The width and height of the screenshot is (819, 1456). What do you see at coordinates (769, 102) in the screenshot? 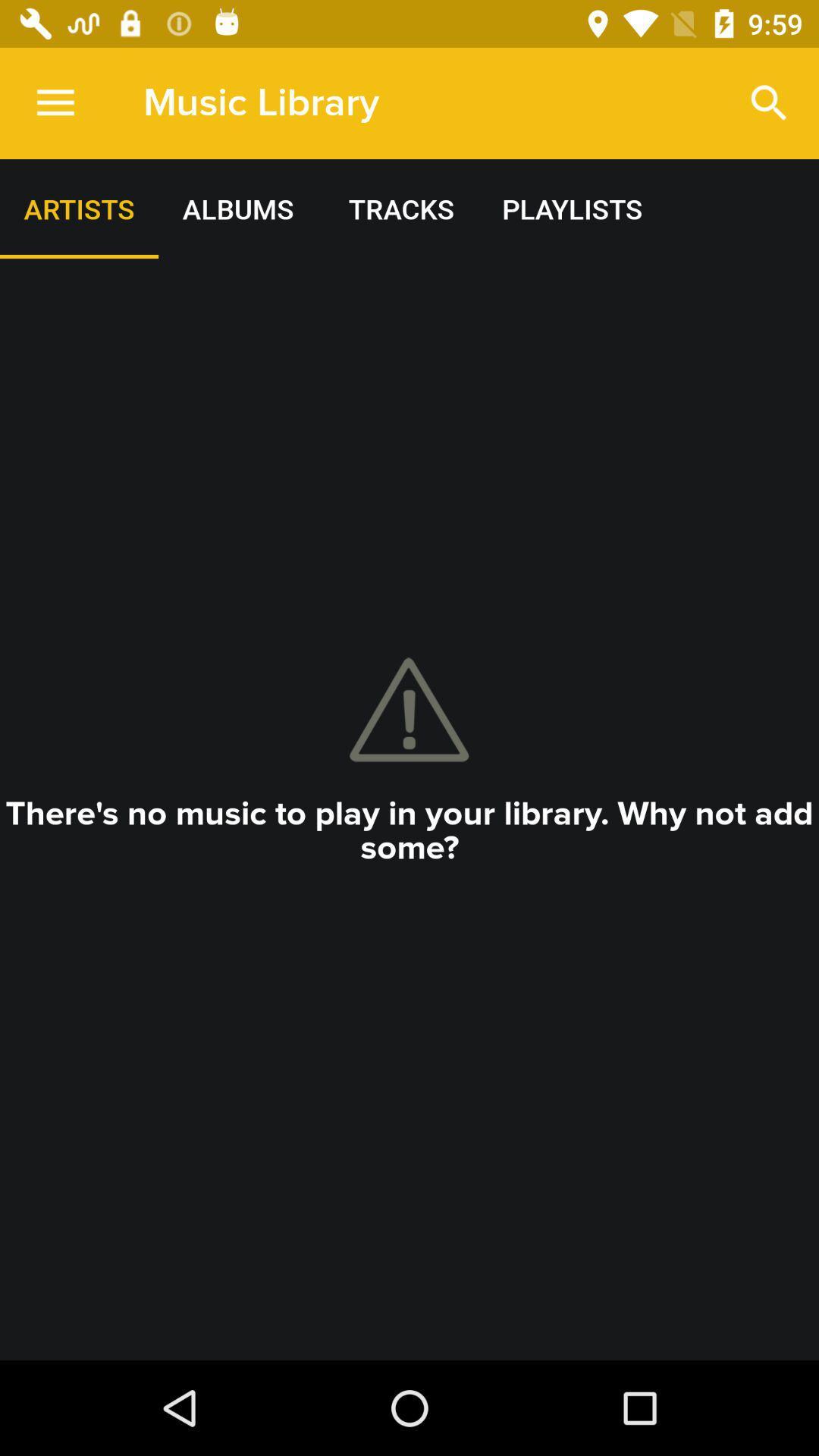
I see `icon to the right of the music library item` at bounding box center [769, 102].